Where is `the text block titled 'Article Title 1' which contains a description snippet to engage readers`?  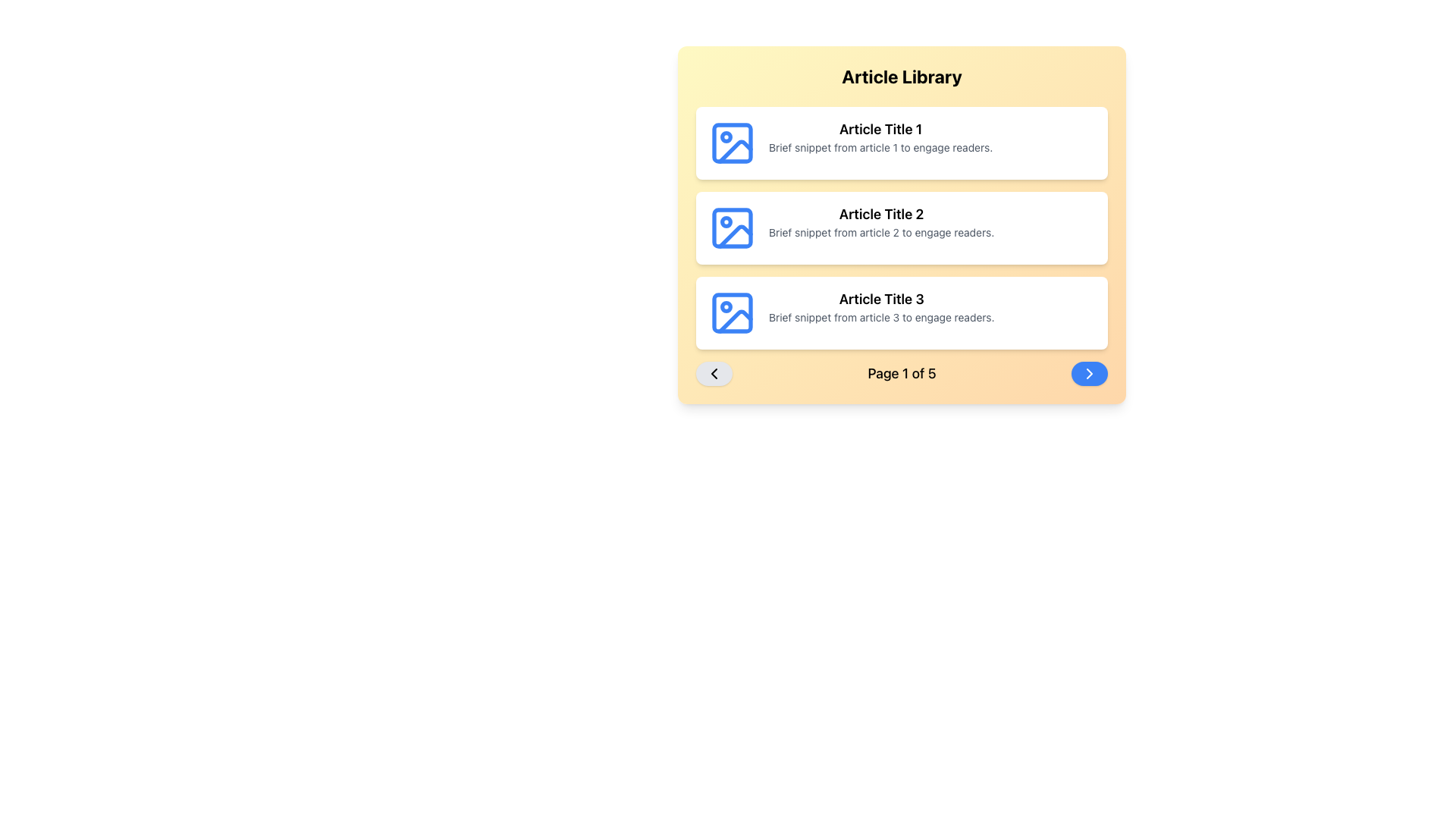 the text block titled 'Article Title 1' which contains a description snippet to engage readers is located at coordinates (880, 137).